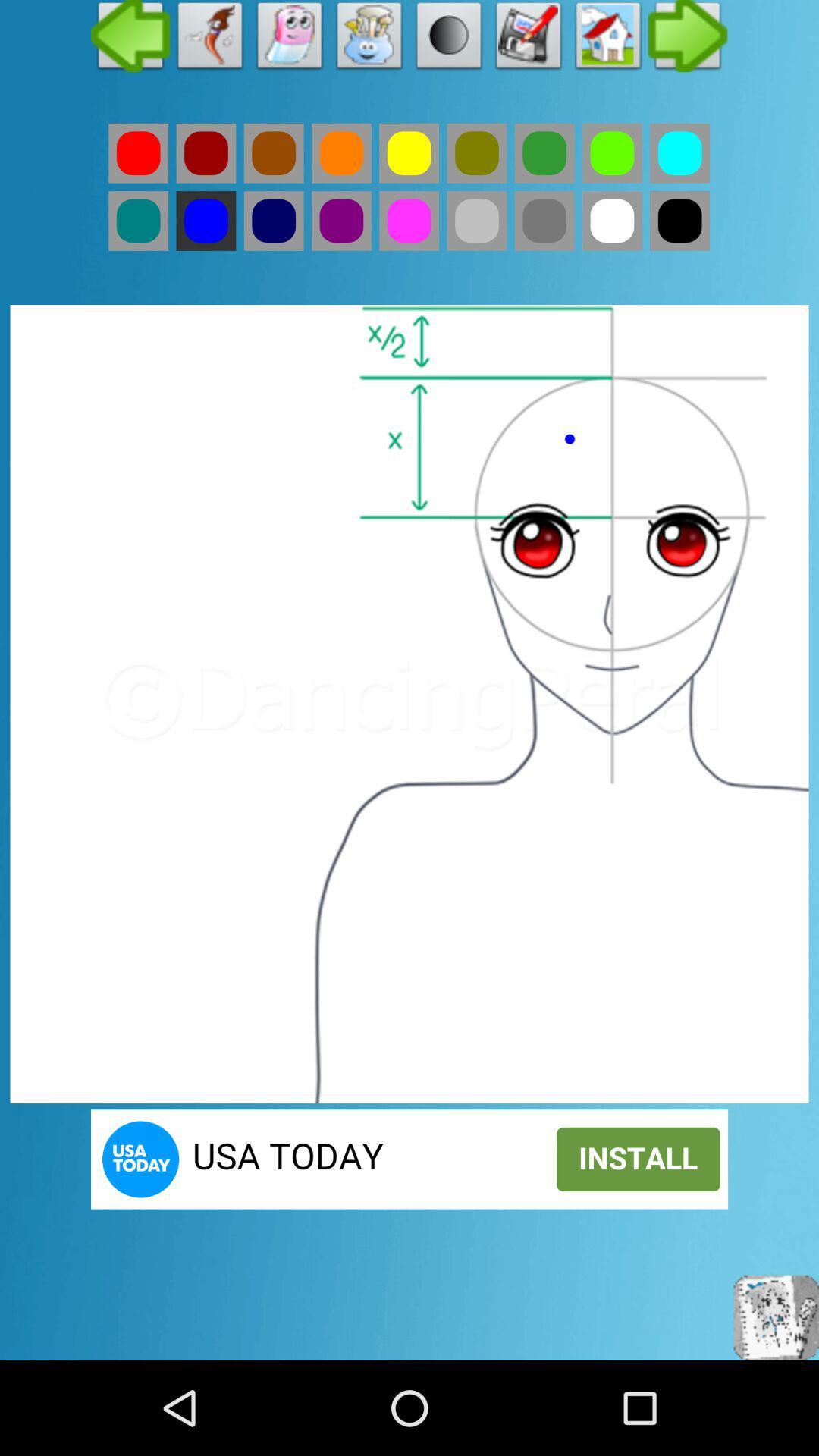 The image size is (819, 1456). I want to click on previous page, so click(130, 39).